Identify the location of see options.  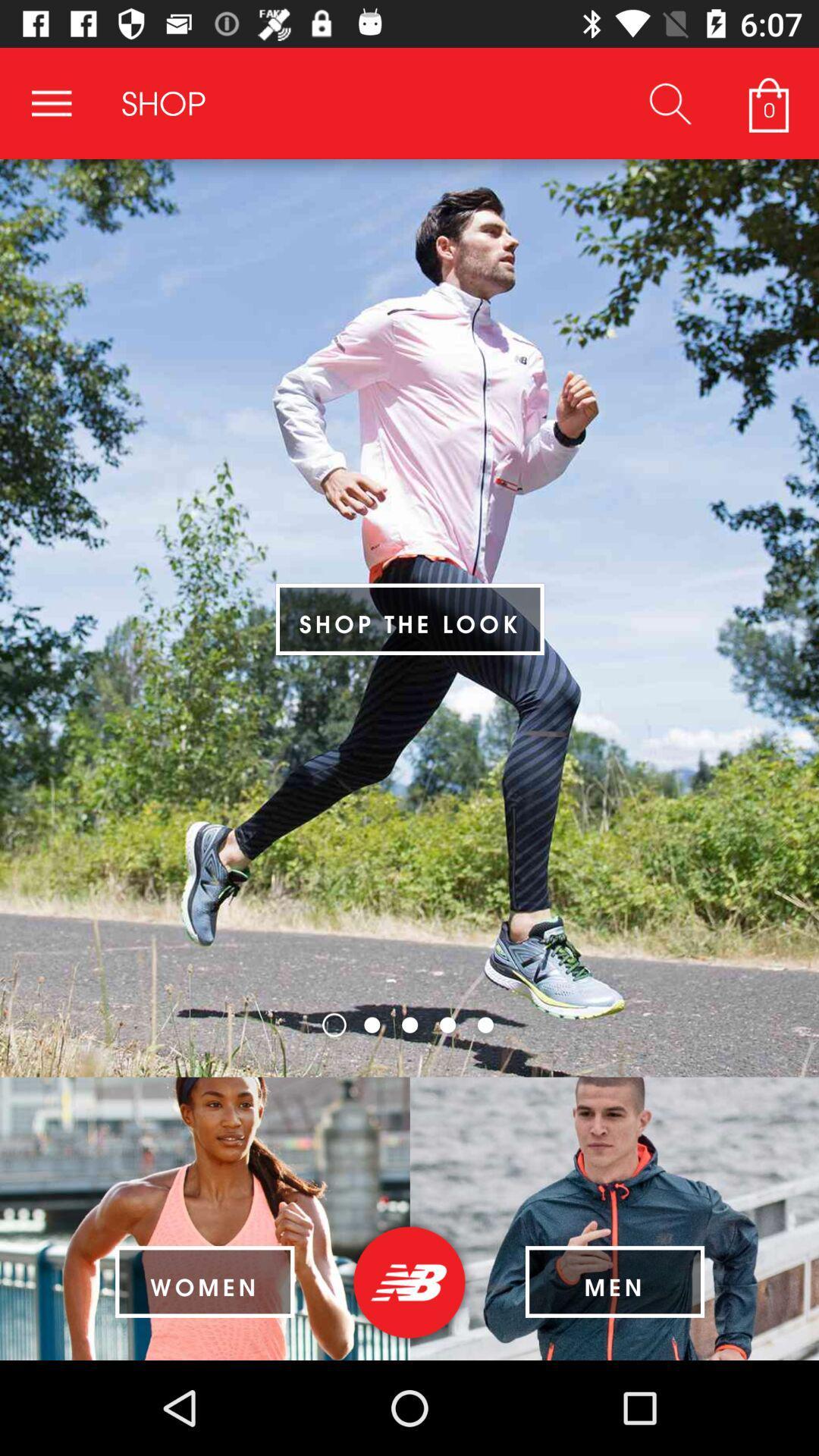
(51, 102).